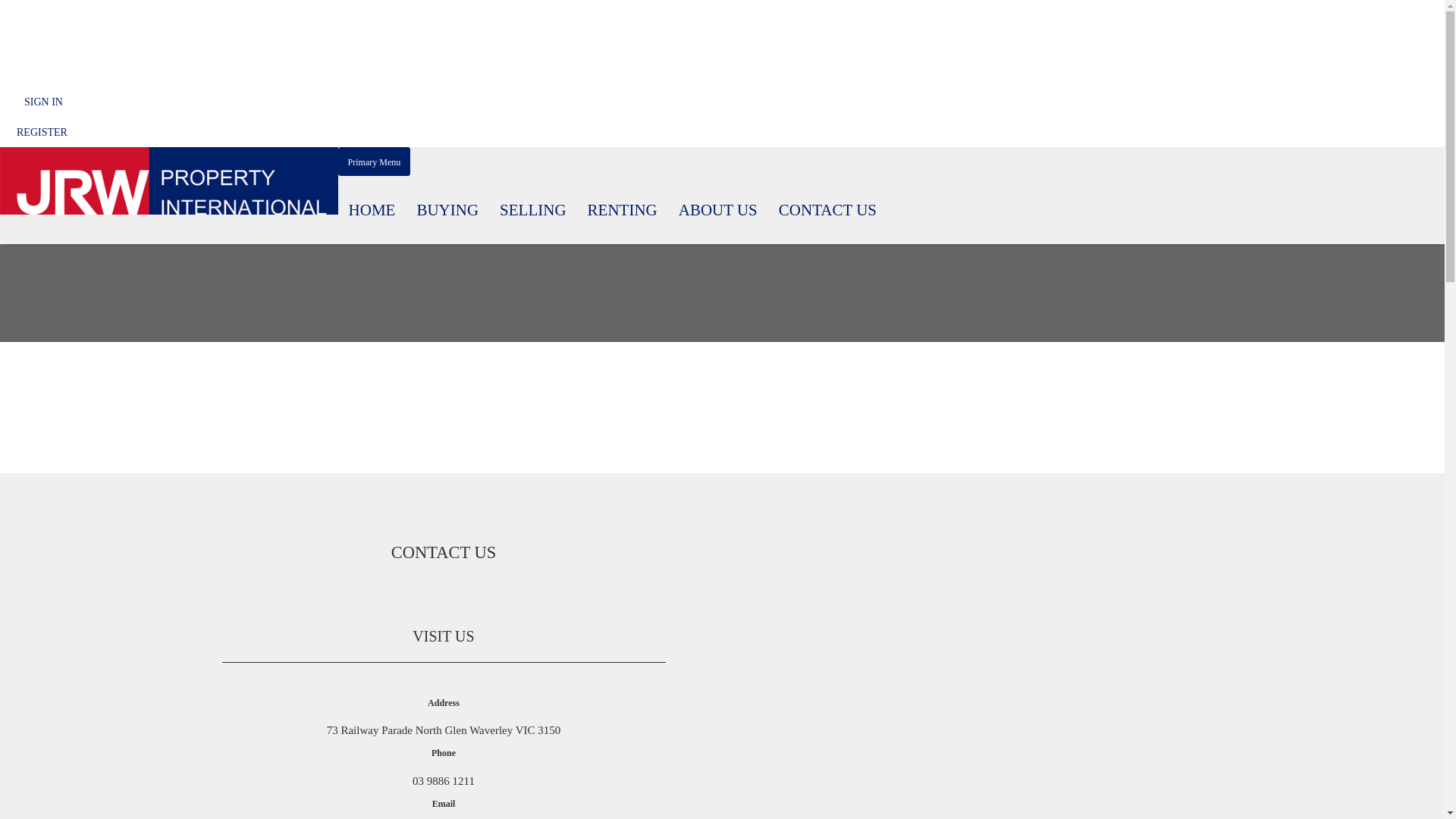 This screenshot has width=1456, height=819. What do you see at coordinates (43, 102) in the screenshot?
I see `'SIGN IN'` at bounding box center [43, 102].